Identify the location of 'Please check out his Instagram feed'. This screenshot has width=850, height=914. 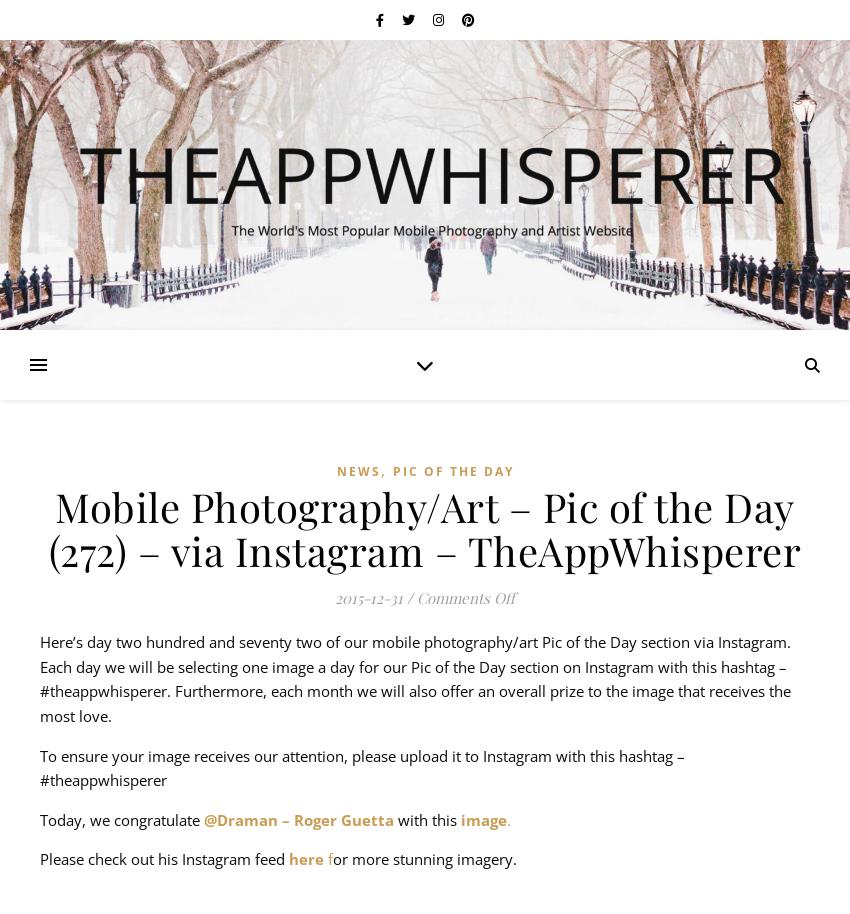
(162, 858).